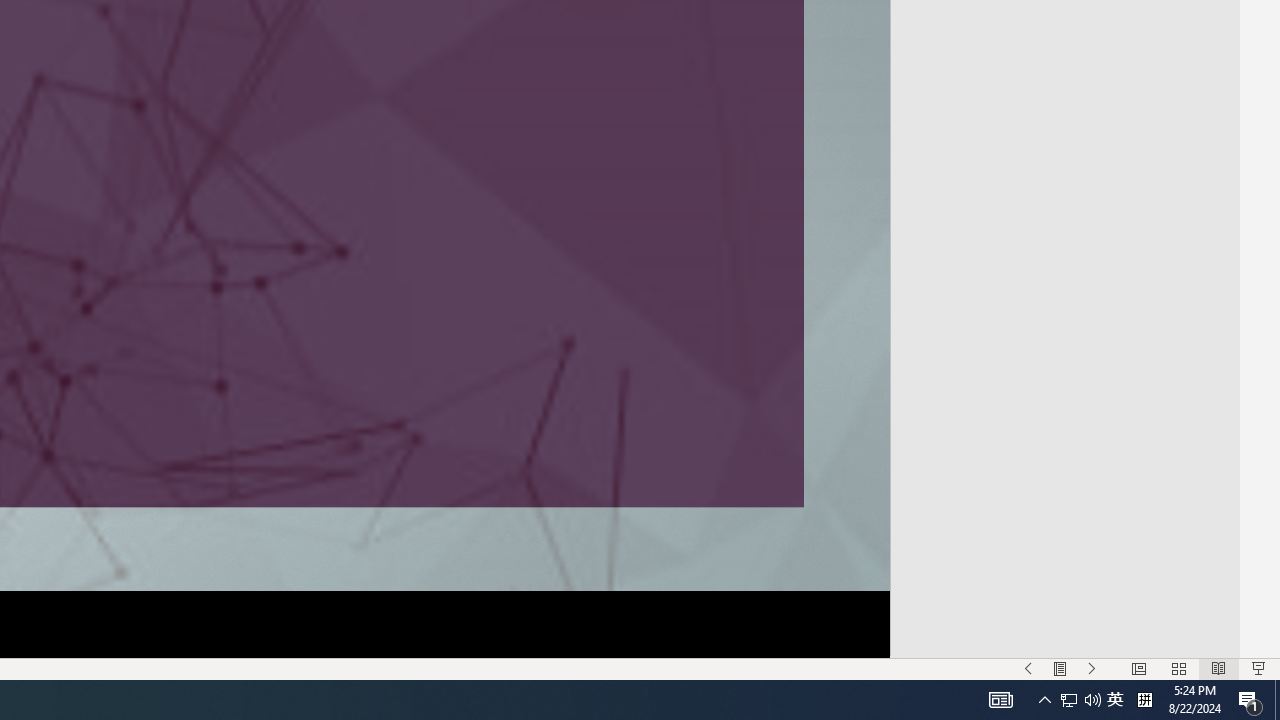 The width and height of the screenshot is (1280, 720). What do you see at coordinates (1091, 669) in the screenshot?
I see `'Slide Show Next On'` at bounding box center [1091, 669].